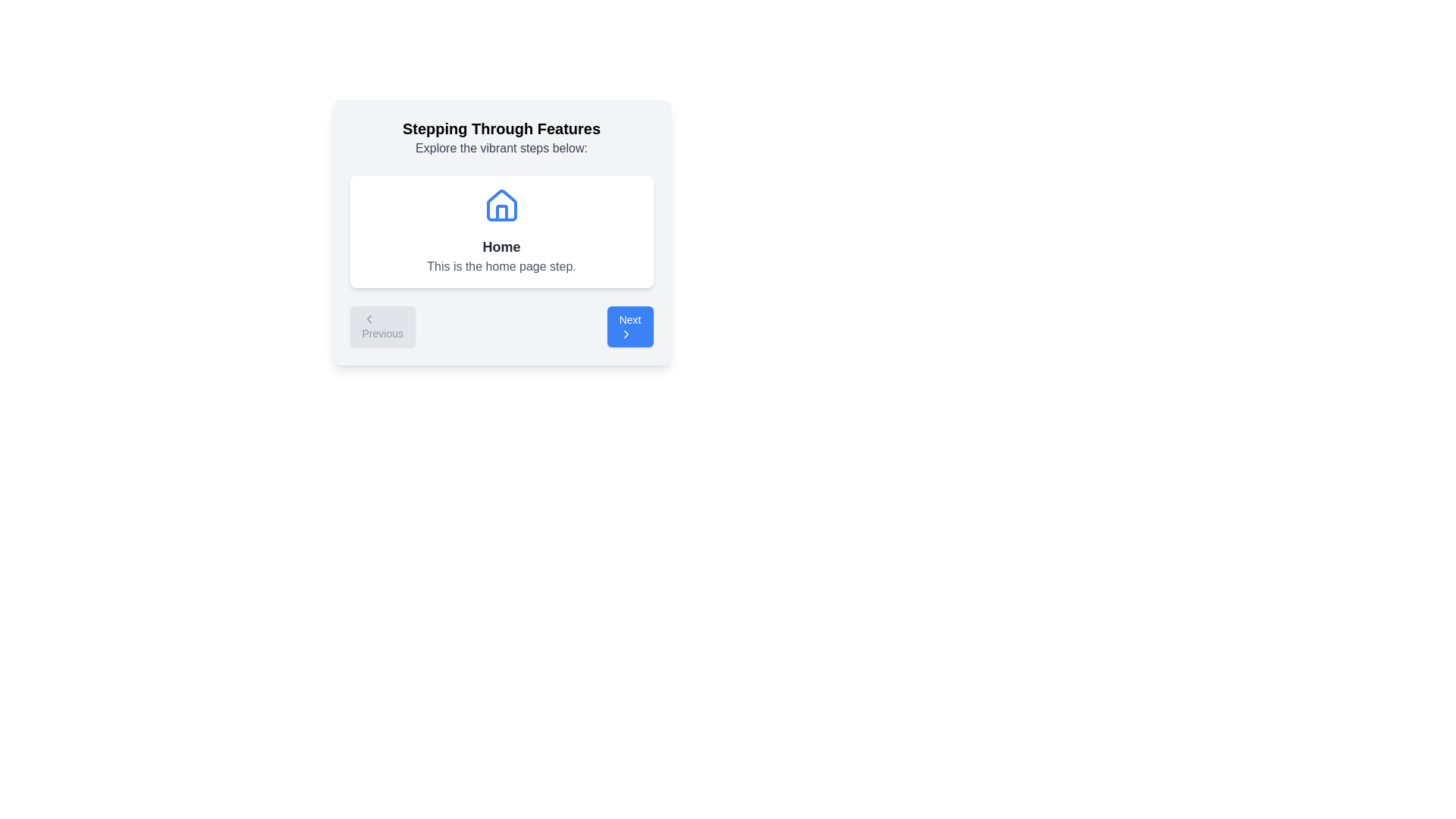  Describe the element at coordinates (382, 326) in the screenshot. I see `the 'Previous' button, which has a gray background, rounded corners, and a left-pointing chevron icon indicating its inactive state` at that location.